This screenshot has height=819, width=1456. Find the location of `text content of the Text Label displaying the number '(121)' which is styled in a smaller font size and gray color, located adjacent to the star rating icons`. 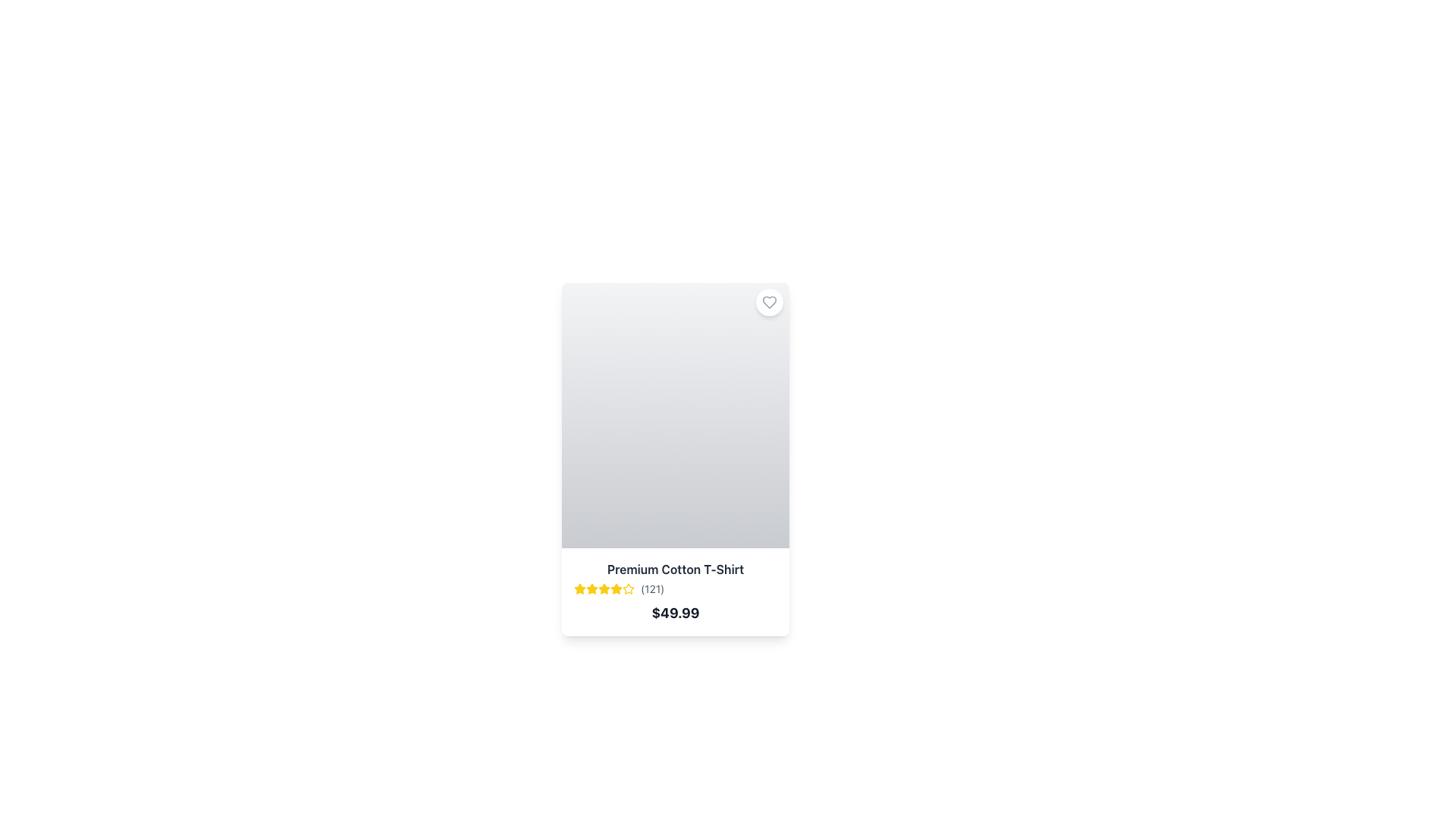

text content of the Text Label displaying the number '(121)' which is styled in a smaller font size and gray color, located adjacent to the star rating icons is located at coordinates (652, 588).